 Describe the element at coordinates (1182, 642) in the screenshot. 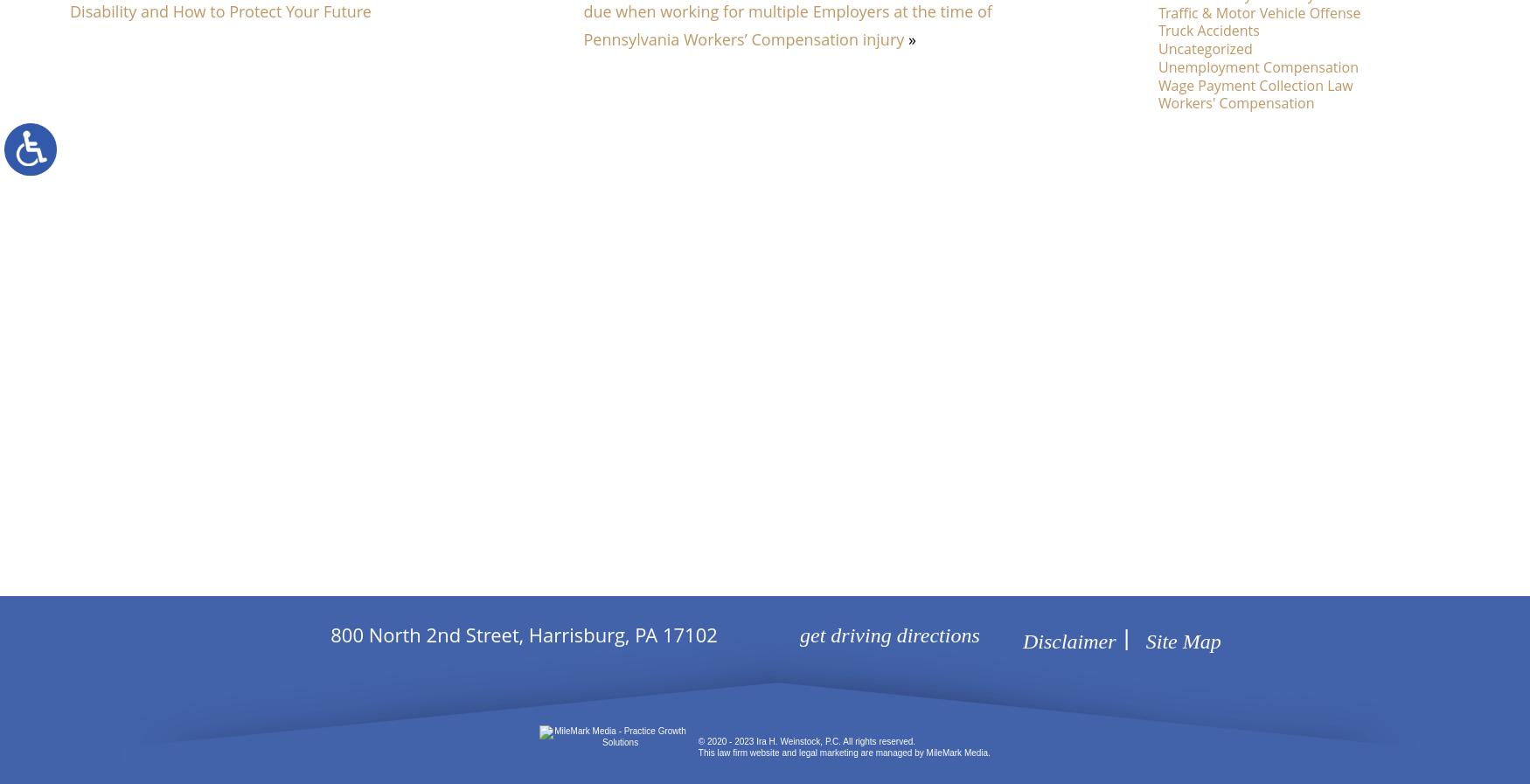

I see `'Site Map'` at that location.